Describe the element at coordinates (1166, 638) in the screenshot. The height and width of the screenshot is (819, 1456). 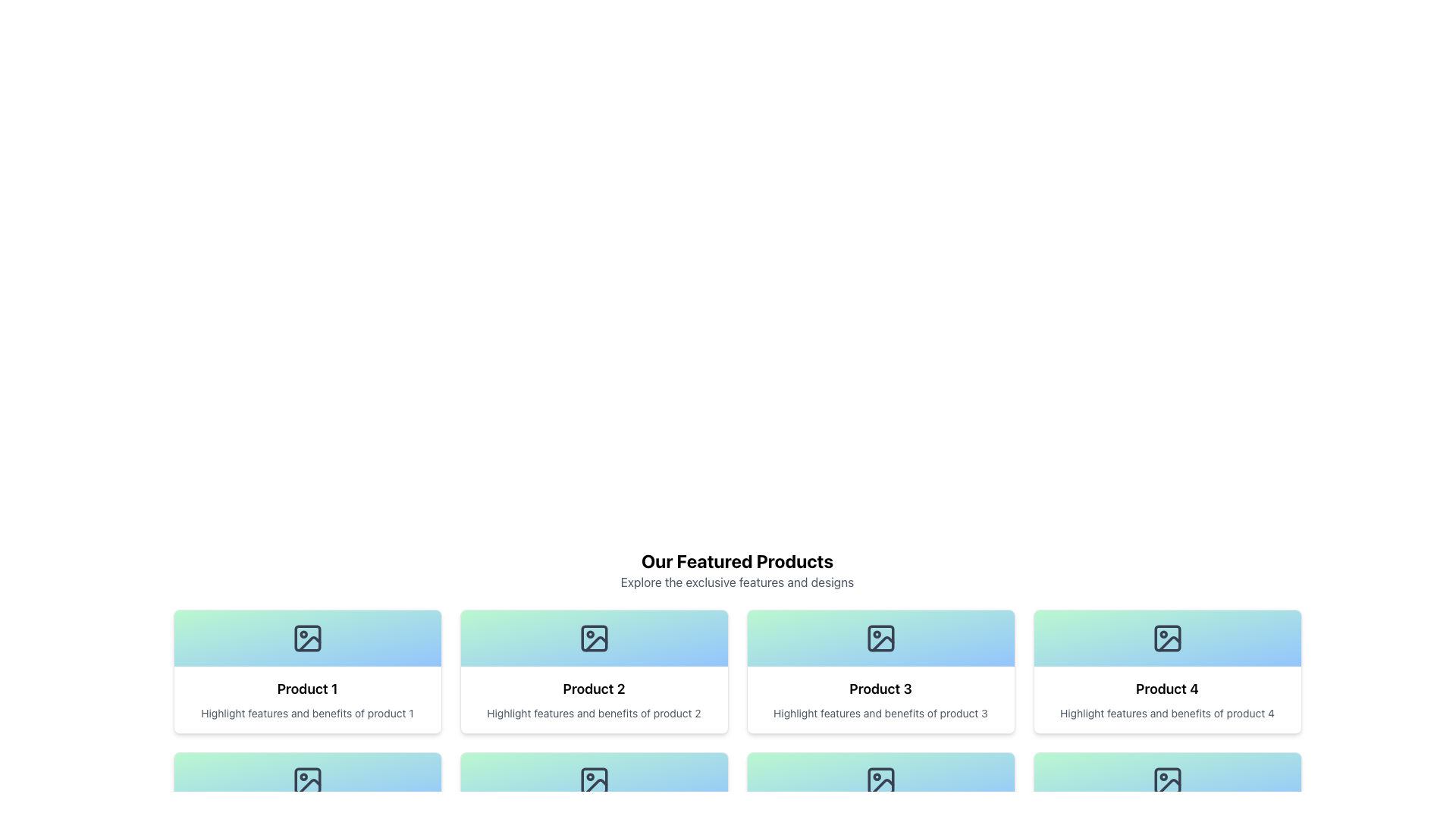
I see `the icon located at the top center of the 'Product 4' card in the 'Our Featured Products' section` at that location.